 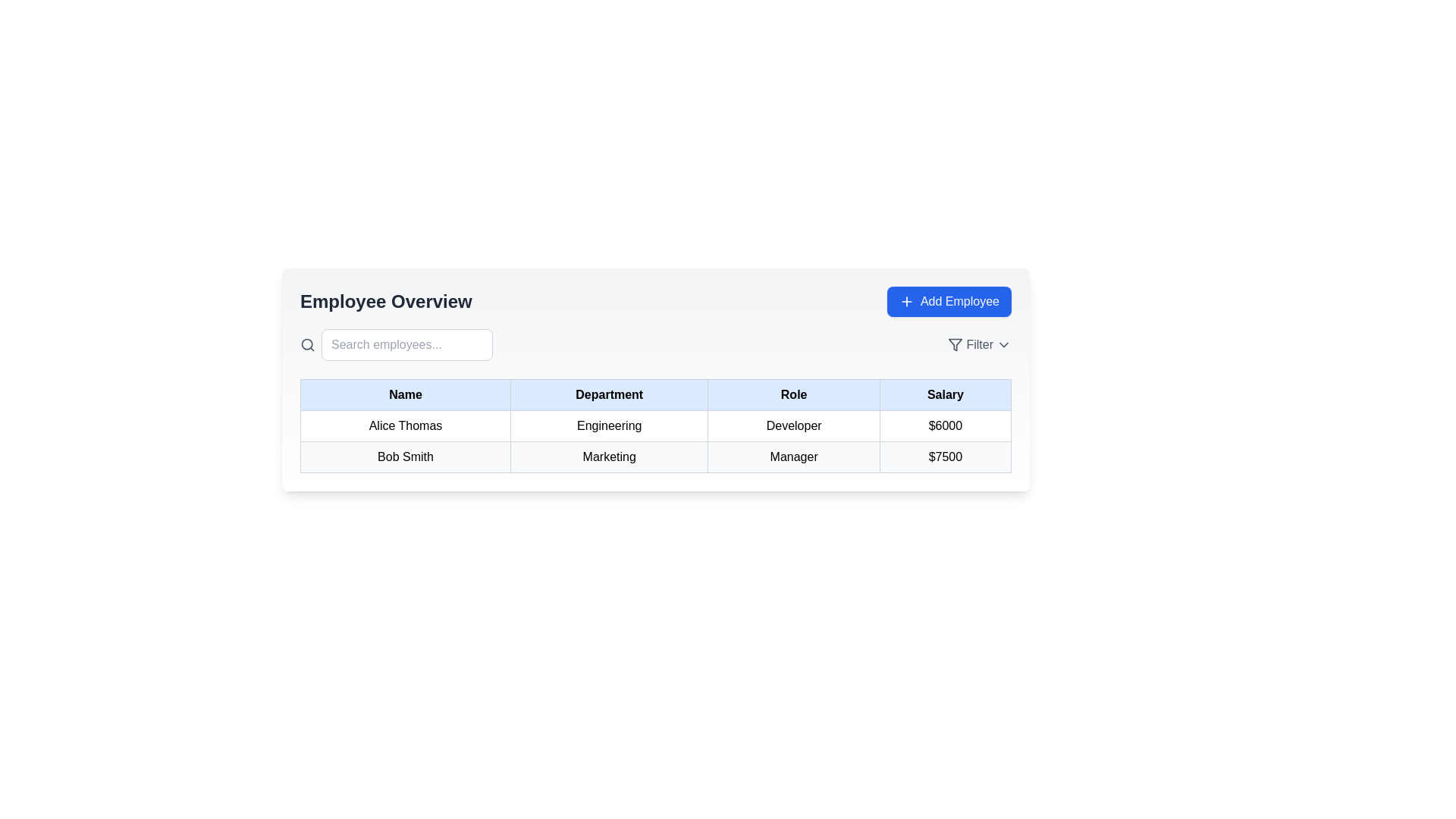 What do you see at coordinates (609, 426) in the screenshot?
I see `the table cell displaying 'Engineering', which is in the second column of the first data row, adjacent to 'Alice Thomas' on the left and 'Developer' on the right` at bounding box center [609, 426].